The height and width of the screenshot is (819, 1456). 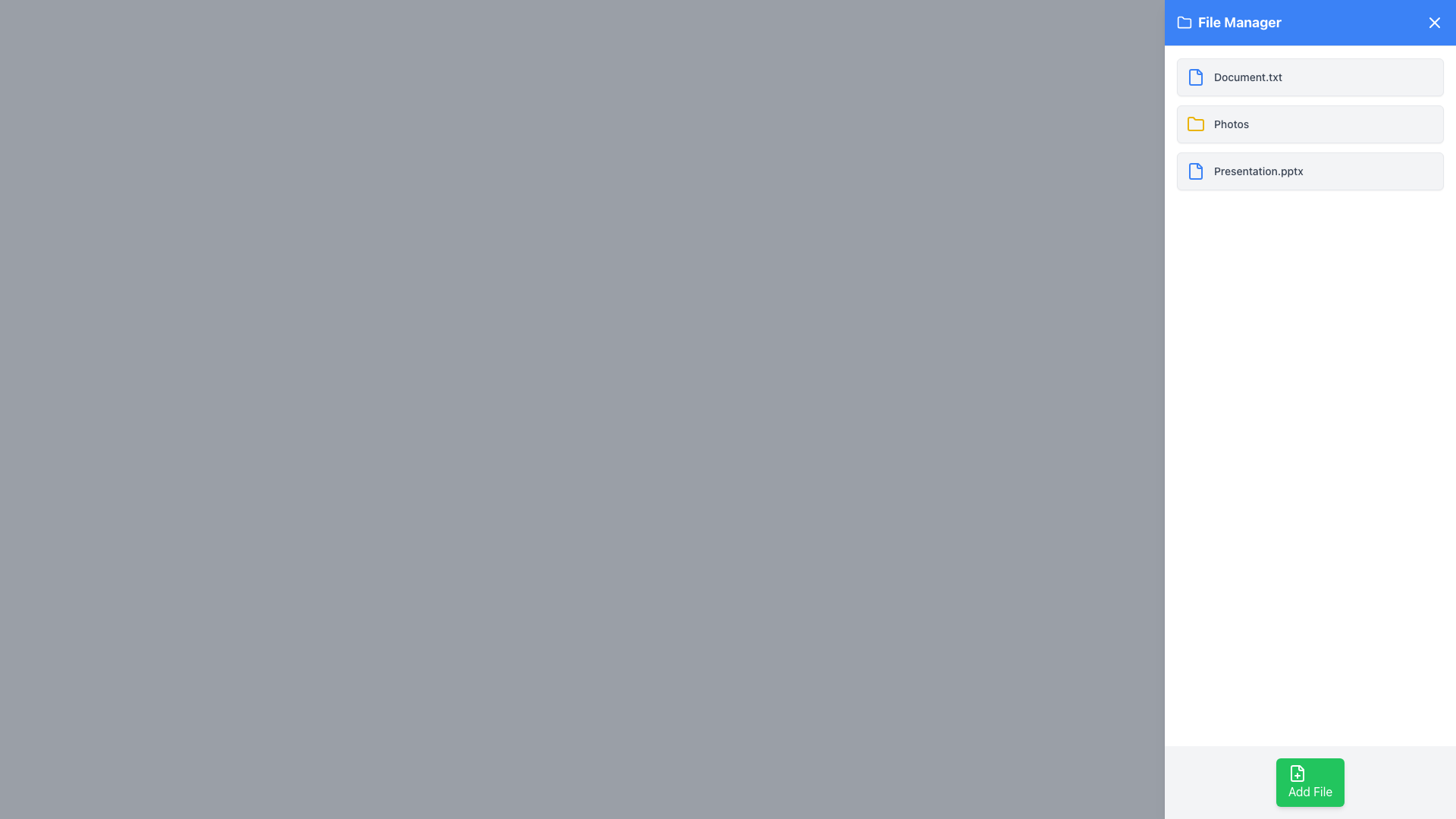 I want to click on the folder icon located, so click(x=1195, y=124).